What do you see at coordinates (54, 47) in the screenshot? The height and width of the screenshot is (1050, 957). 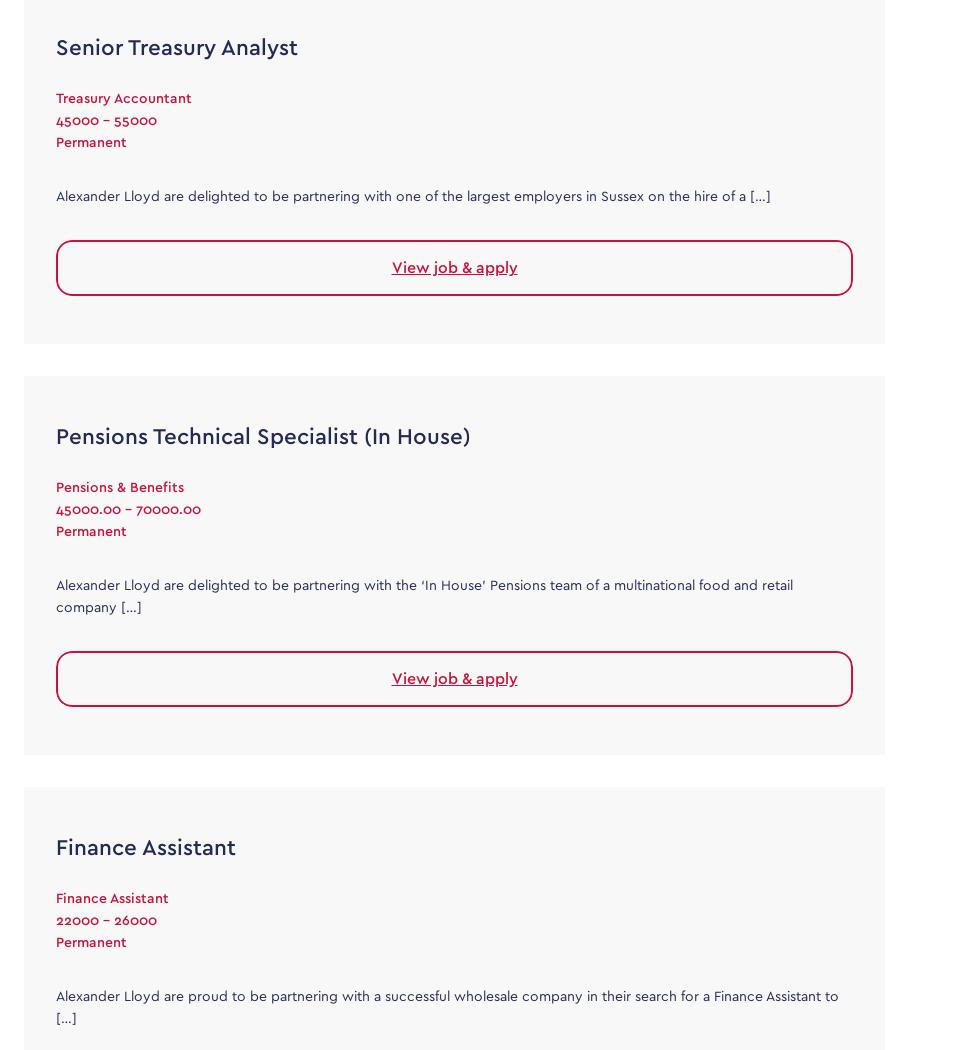 I see `'Senior Treasury Analyst'` at bounding box center [54, 47].